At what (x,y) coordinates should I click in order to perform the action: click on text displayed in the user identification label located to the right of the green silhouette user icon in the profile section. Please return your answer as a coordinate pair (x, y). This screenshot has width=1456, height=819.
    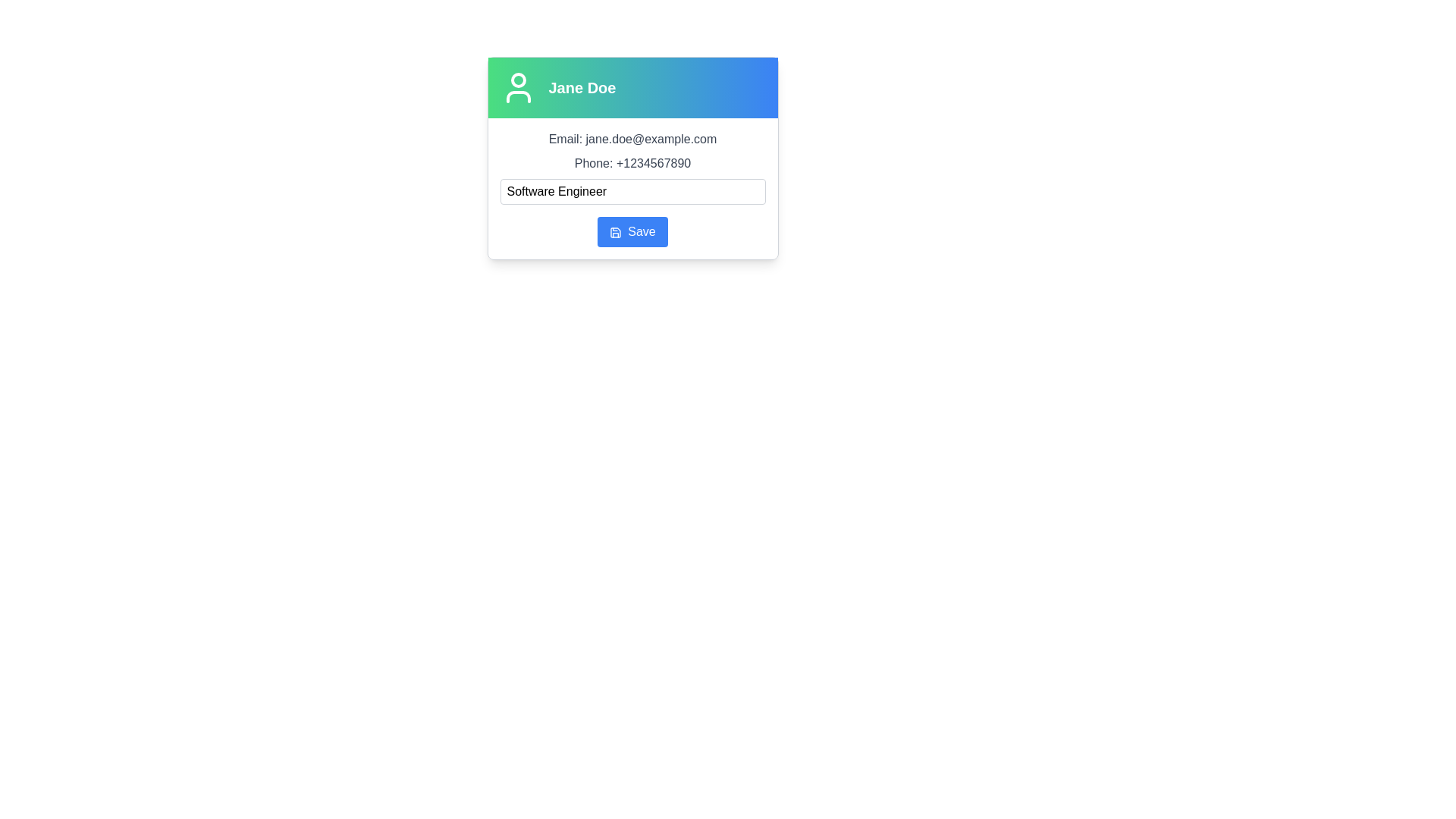
    Looking at the image, I should click on (582, 87).